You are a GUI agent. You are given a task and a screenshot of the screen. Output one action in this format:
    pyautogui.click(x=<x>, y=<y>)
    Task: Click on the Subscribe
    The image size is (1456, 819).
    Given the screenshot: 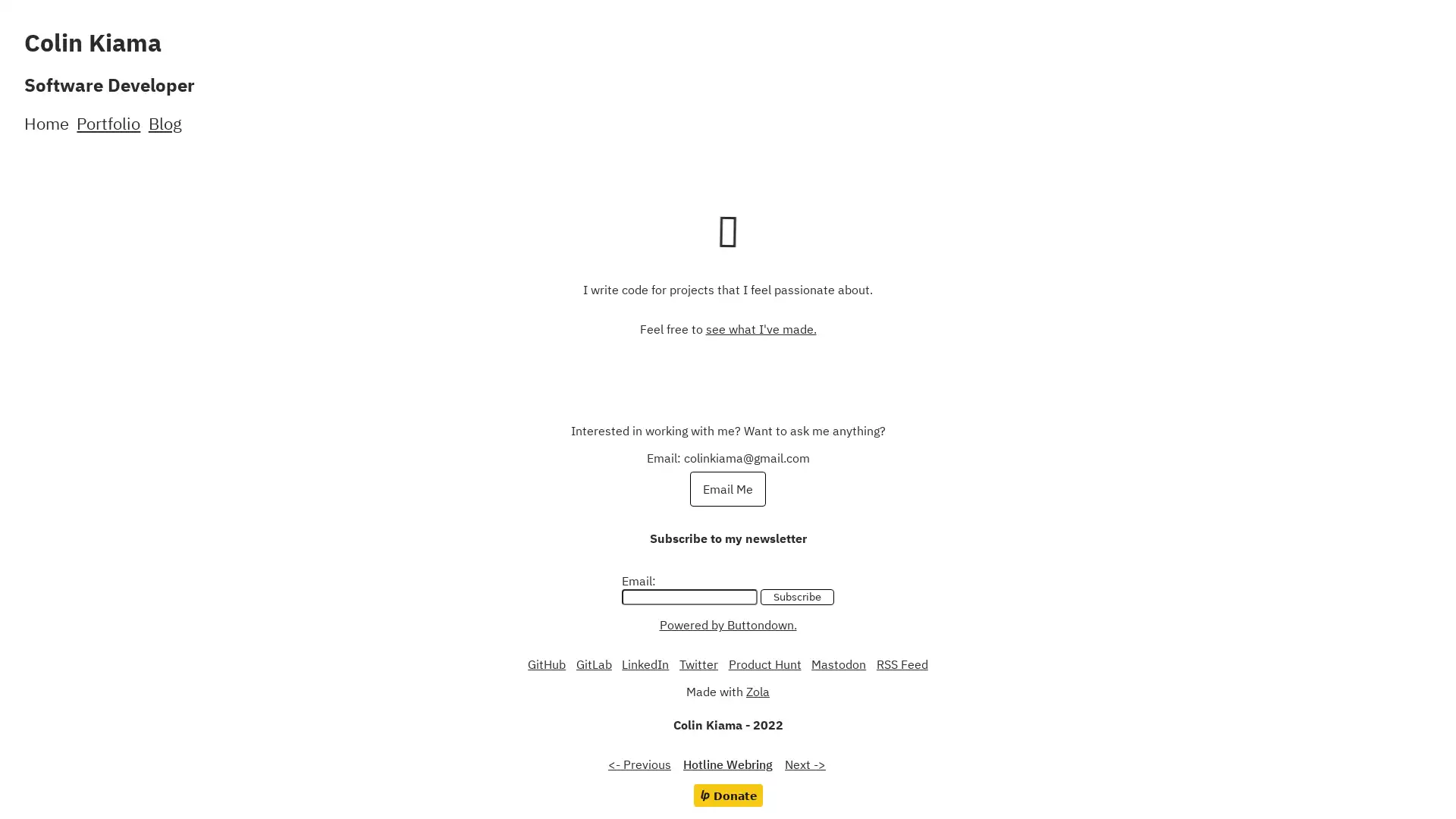 What is the action you would take?
    pyautogui.click(x=796, y=596)
    